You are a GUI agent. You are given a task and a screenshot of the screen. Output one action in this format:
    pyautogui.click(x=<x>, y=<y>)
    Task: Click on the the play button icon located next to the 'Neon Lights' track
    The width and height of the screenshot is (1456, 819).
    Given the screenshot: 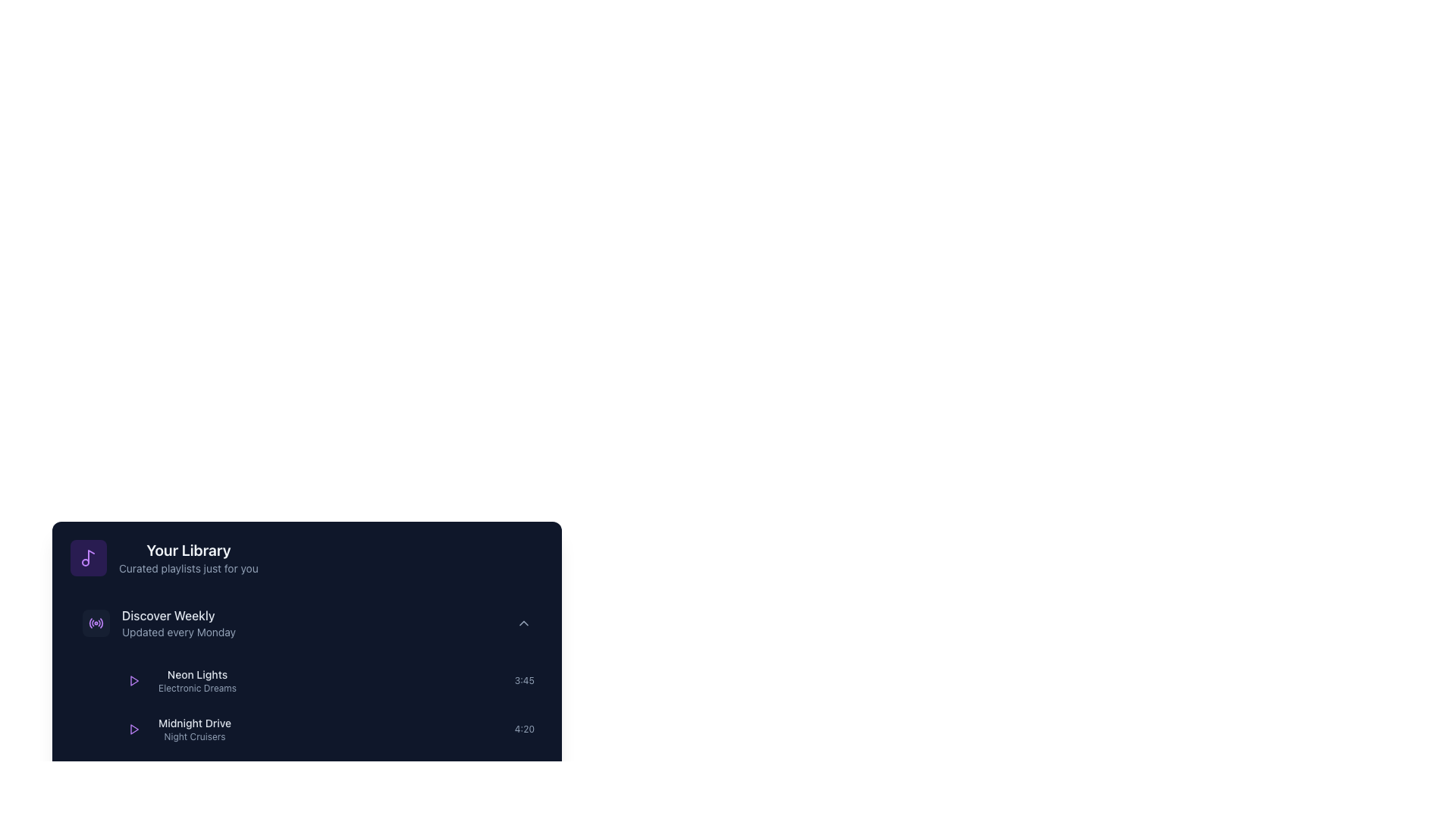 What is the action you would take?
    pyautogui.click(x=134, y=680)
    